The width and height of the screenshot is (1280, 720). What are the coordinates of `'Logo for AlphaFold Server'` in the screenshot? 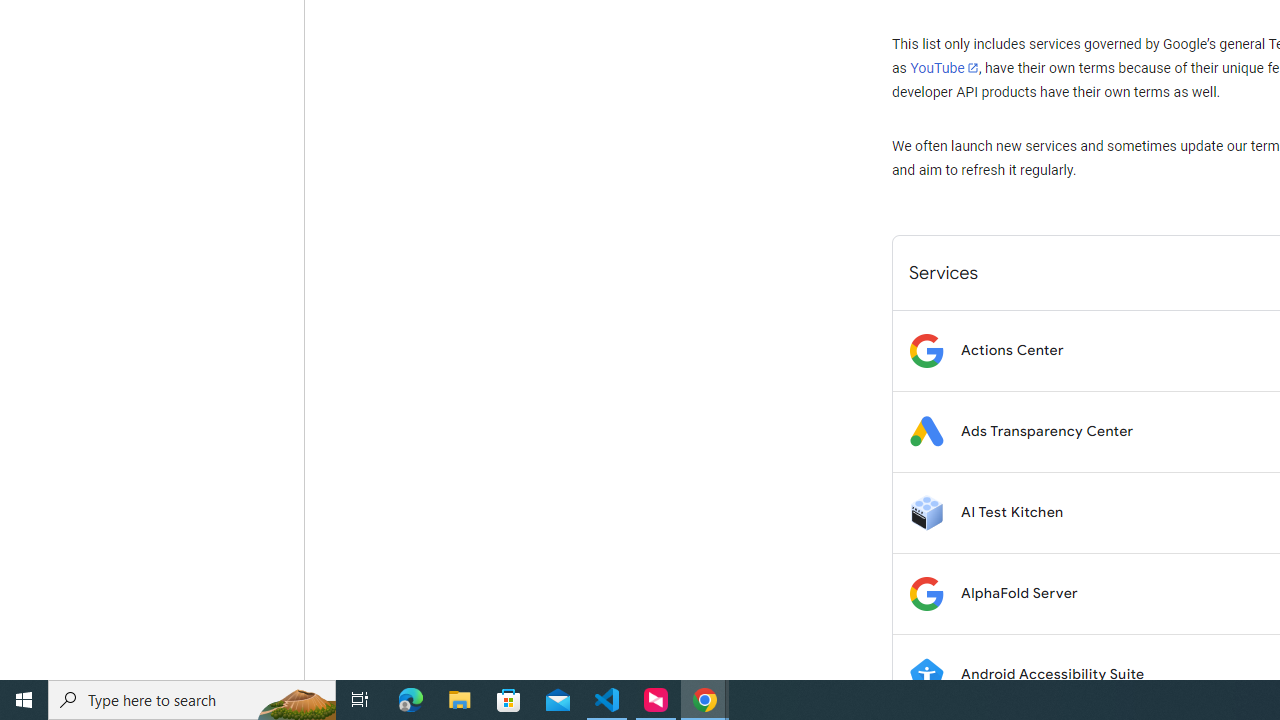 It's located at (925, 592).